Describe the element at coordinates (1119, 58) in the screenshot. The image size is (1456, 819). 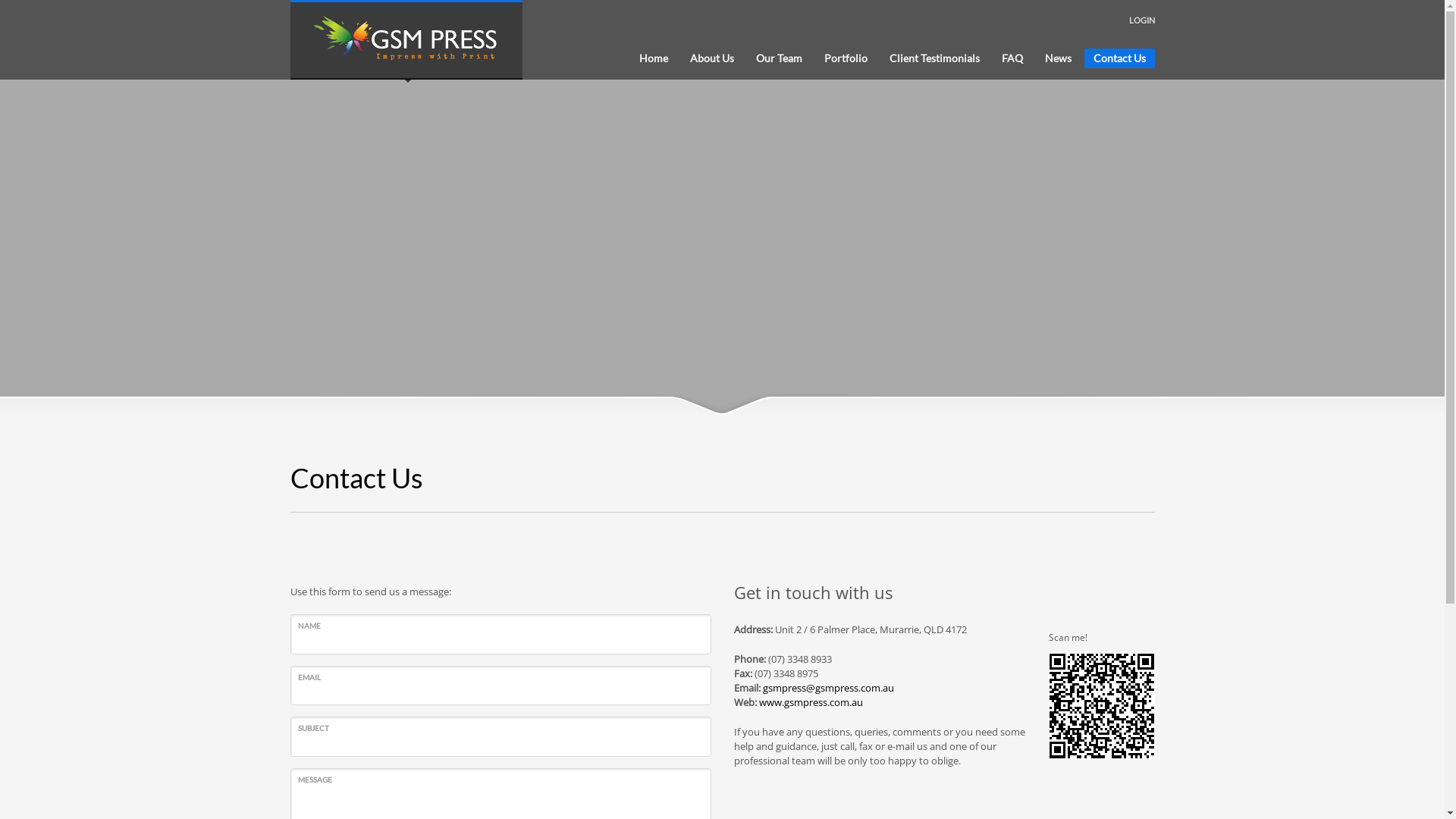
I see `'Contact Us'` at that location.